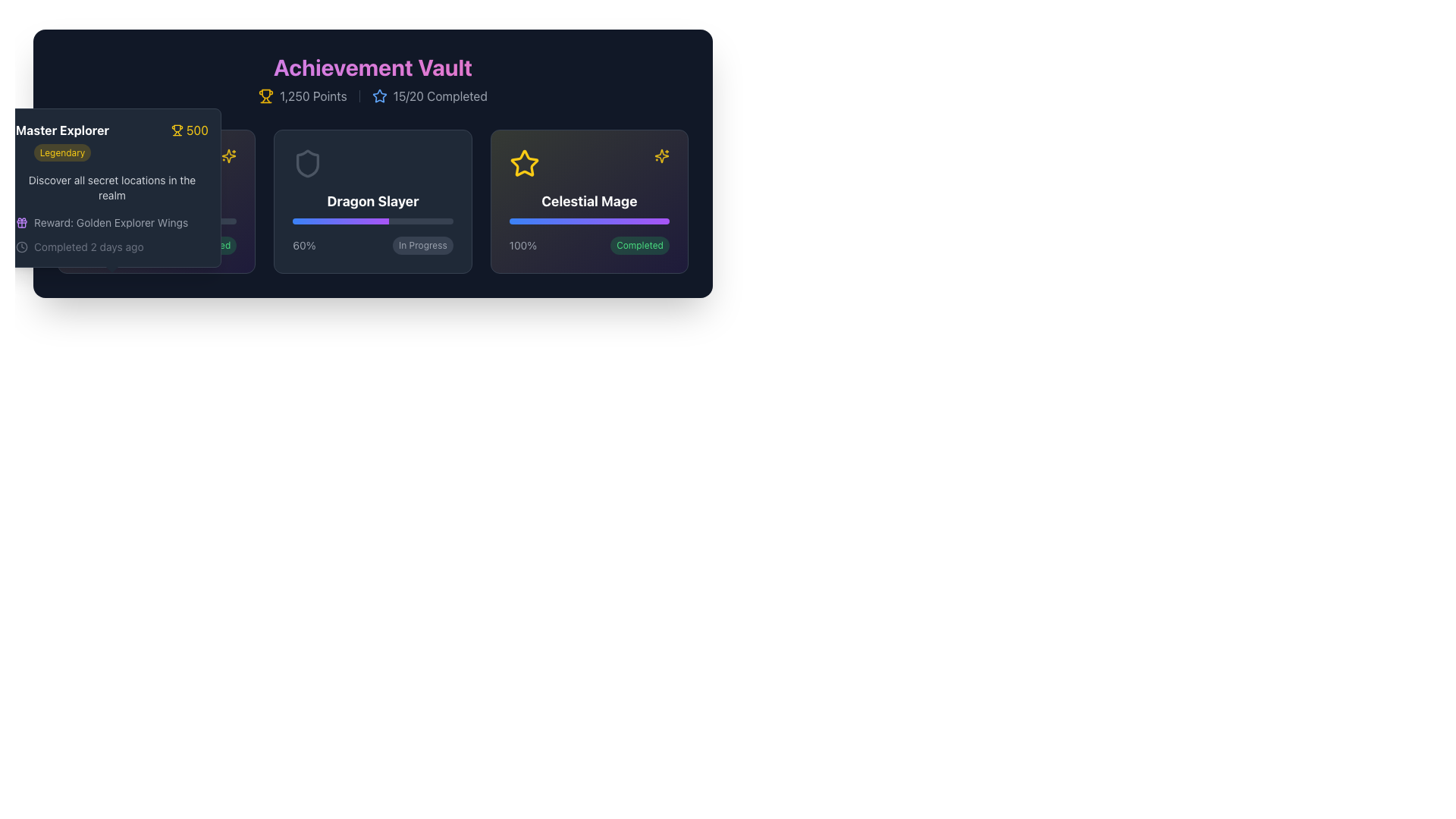 This screenshot has height=819, width=1456. I want to click on the shield icon that symbolizes the 'Dragon Slayer' achievement located in the upper middle section of the achievement card, positioned above the progress bar and to the left of the card's title, so click(307, 164).